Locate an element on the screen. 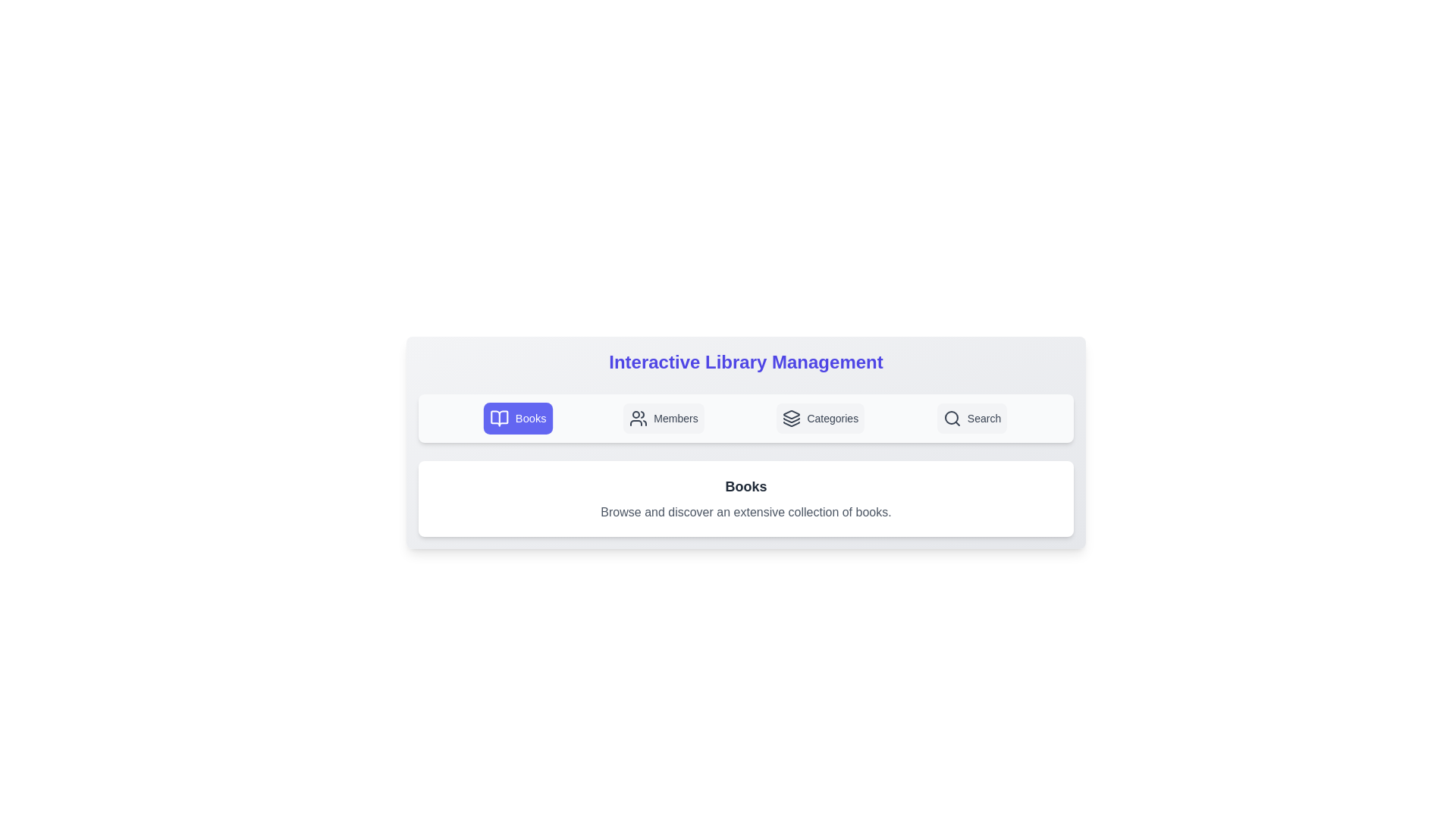  the text block that contains the sentence 'Browse and discover an extensive collection of books.' styled in muted gray, located below the heading 'Books' within a white rectangular card is located at coordinates (745, 512).